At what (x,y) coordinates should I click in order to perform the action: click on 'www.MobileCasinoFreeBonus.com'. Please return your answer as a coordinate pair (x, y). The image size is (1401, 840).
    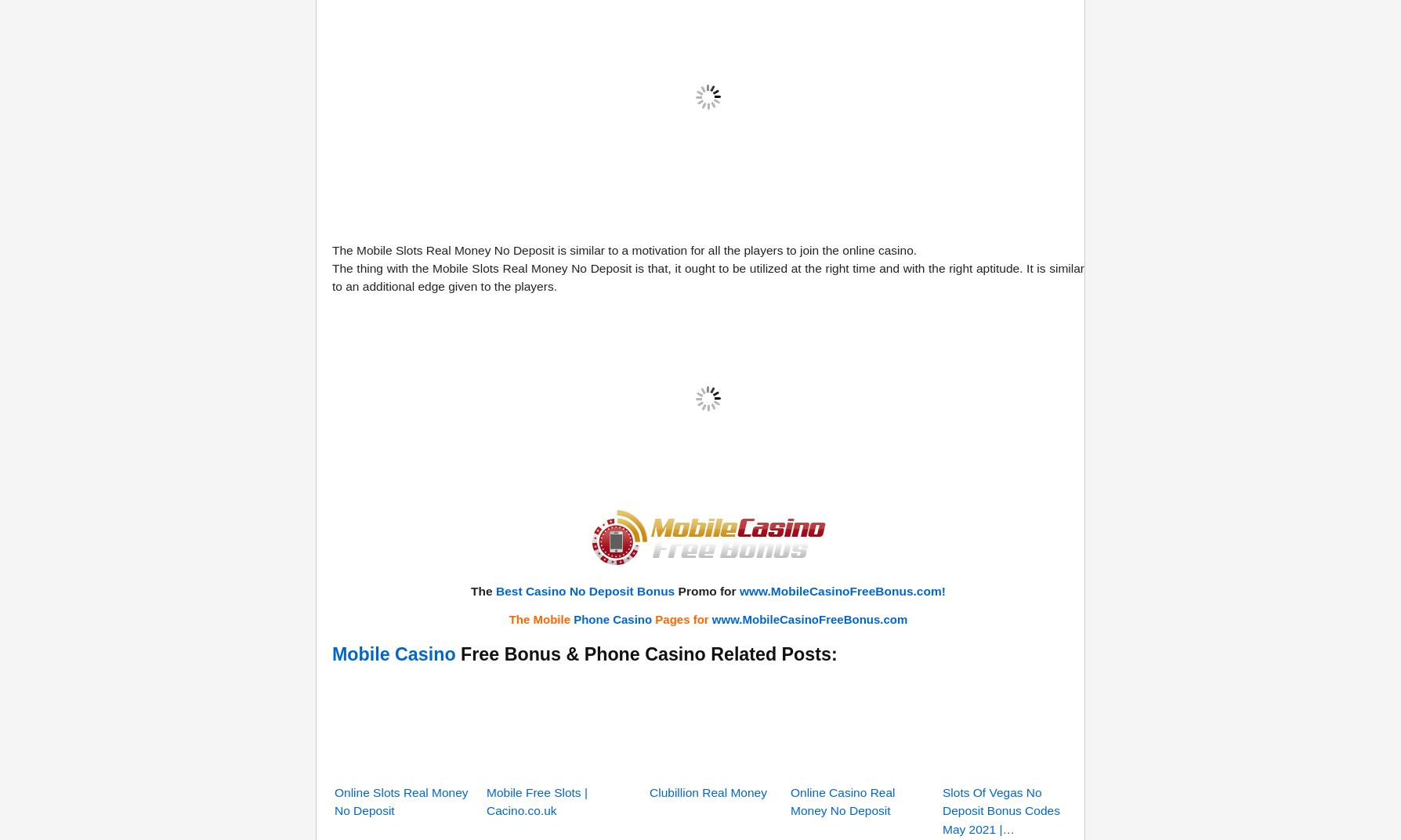
    Looking at the image, I should click on (809, 422).